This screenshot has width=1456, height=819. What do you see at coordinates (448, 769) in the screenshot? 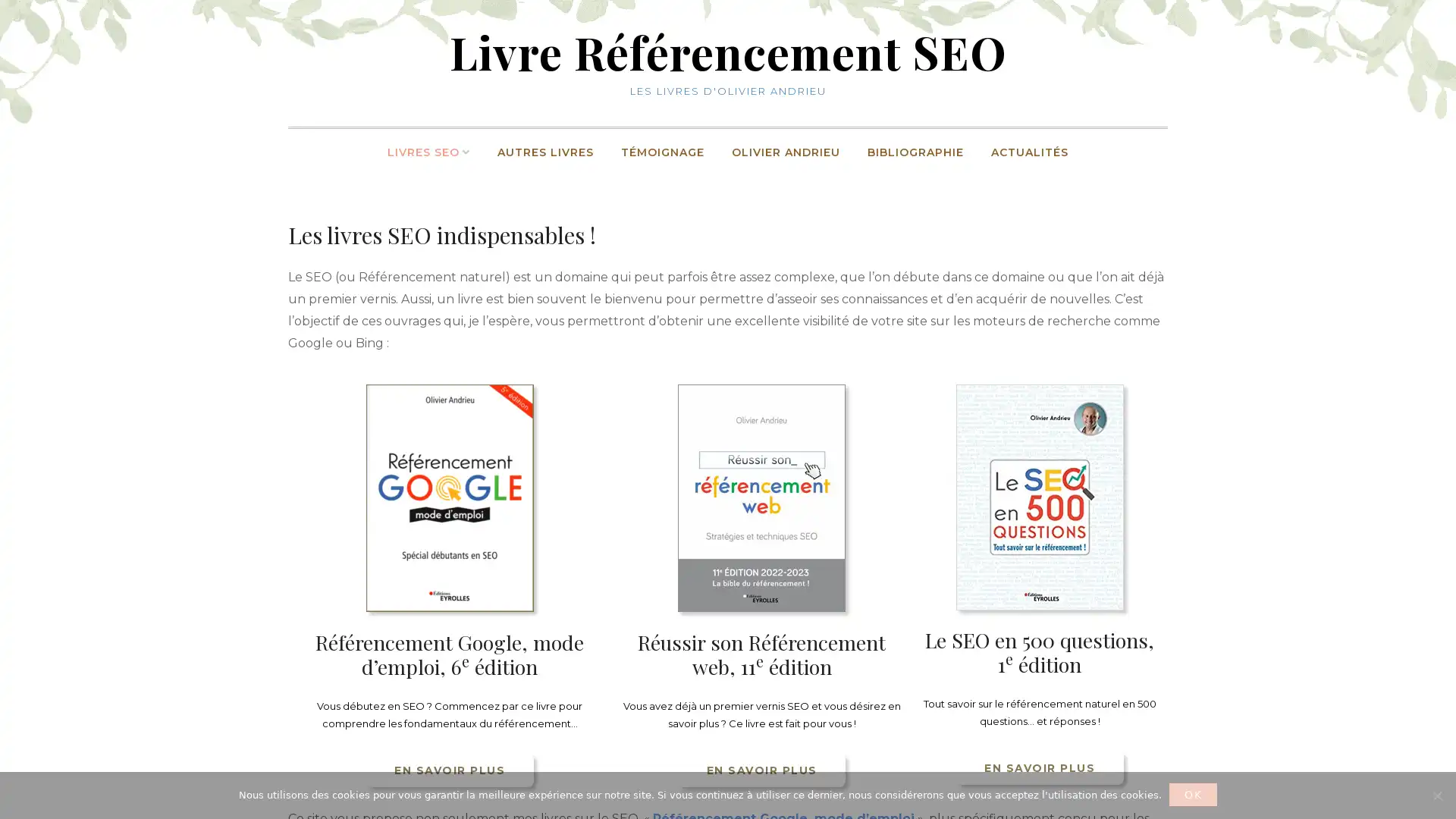
I see `EN SAVOIR PLUS` at bounding box center [448, 769].